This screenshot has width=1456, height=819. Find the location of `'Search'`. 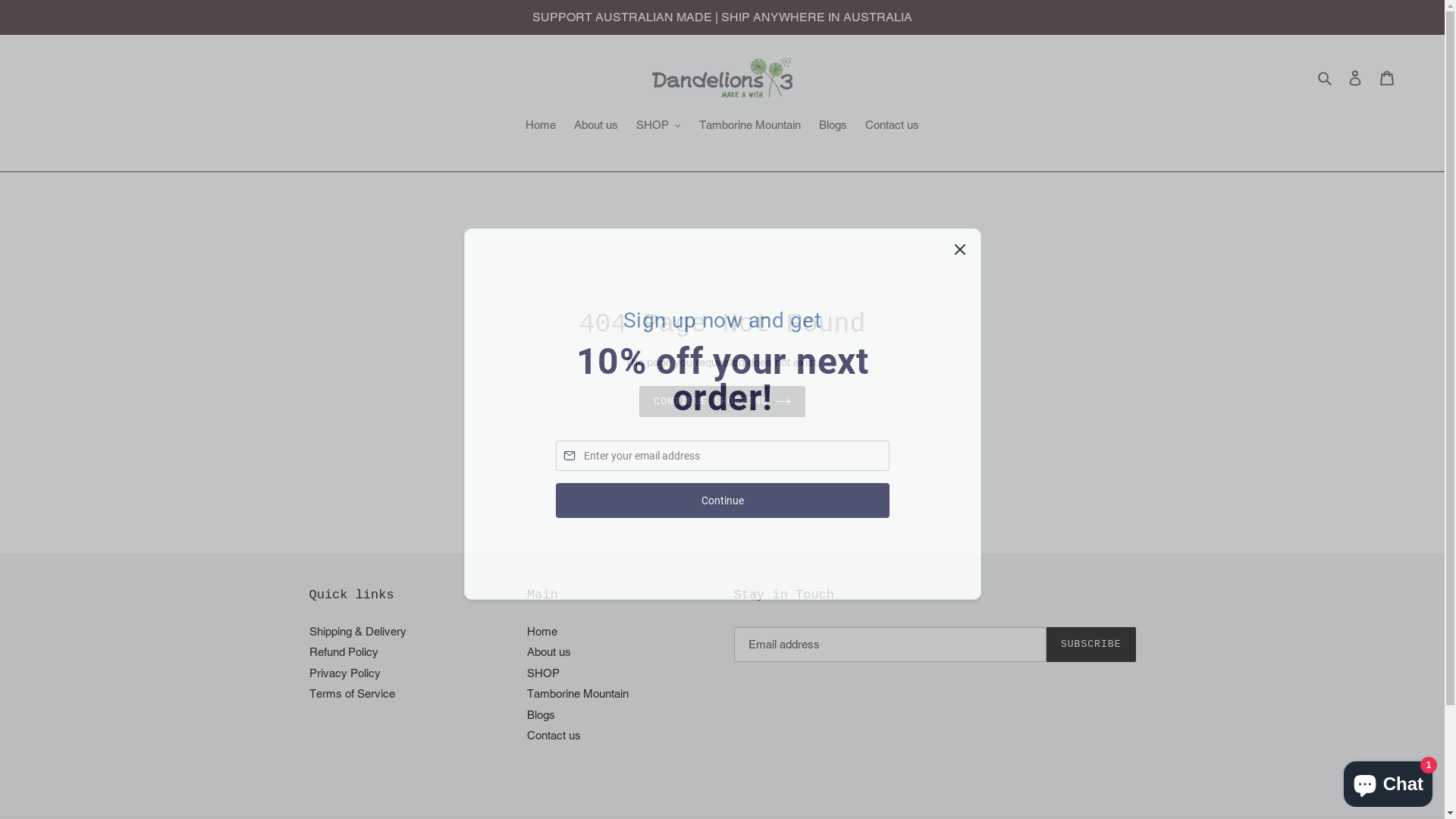

'Search' is located at coordinates (1325, 77).